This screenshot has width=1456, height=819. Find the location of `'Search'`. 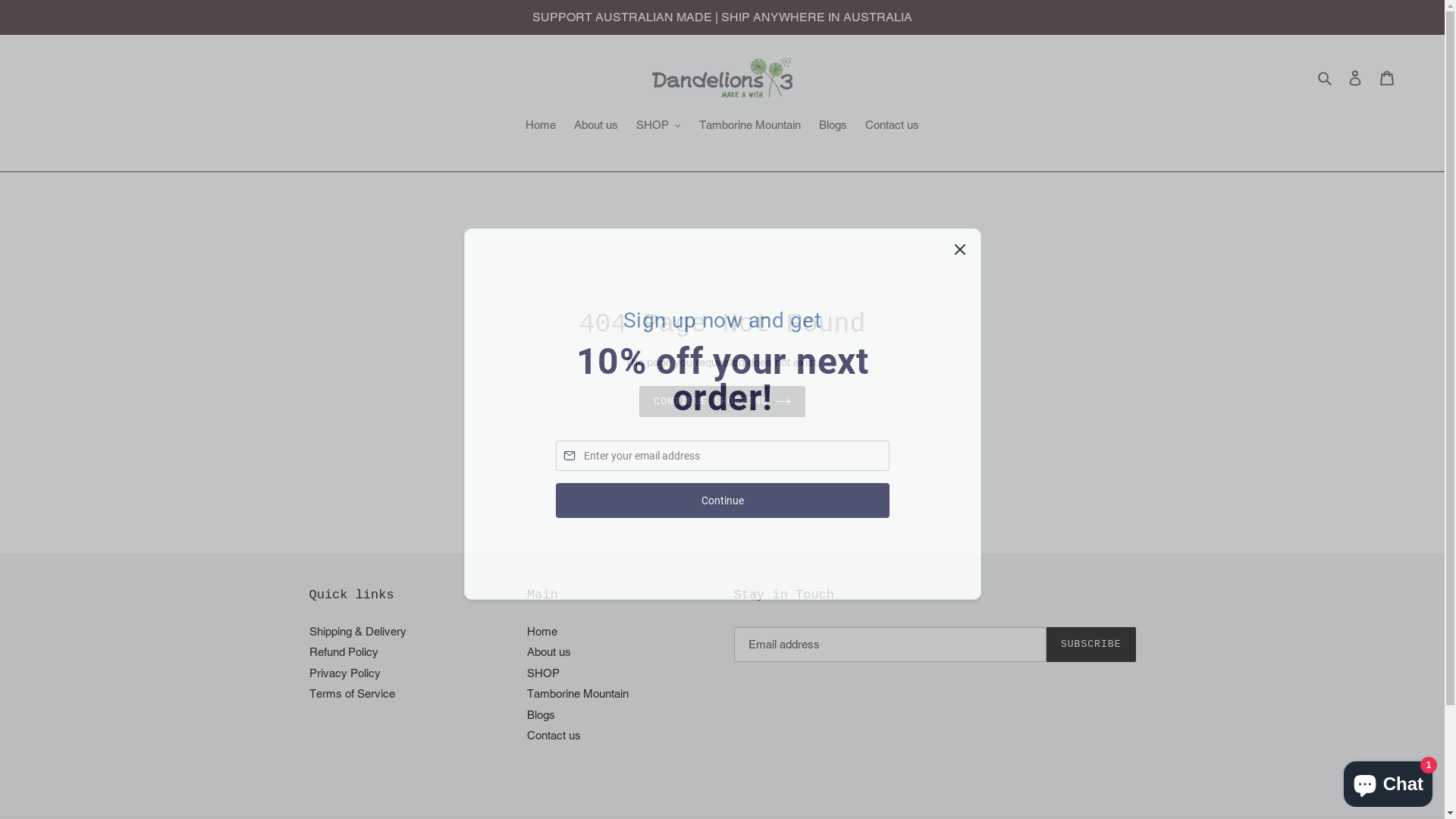

'Search' is located at coordinates (1325, 77).